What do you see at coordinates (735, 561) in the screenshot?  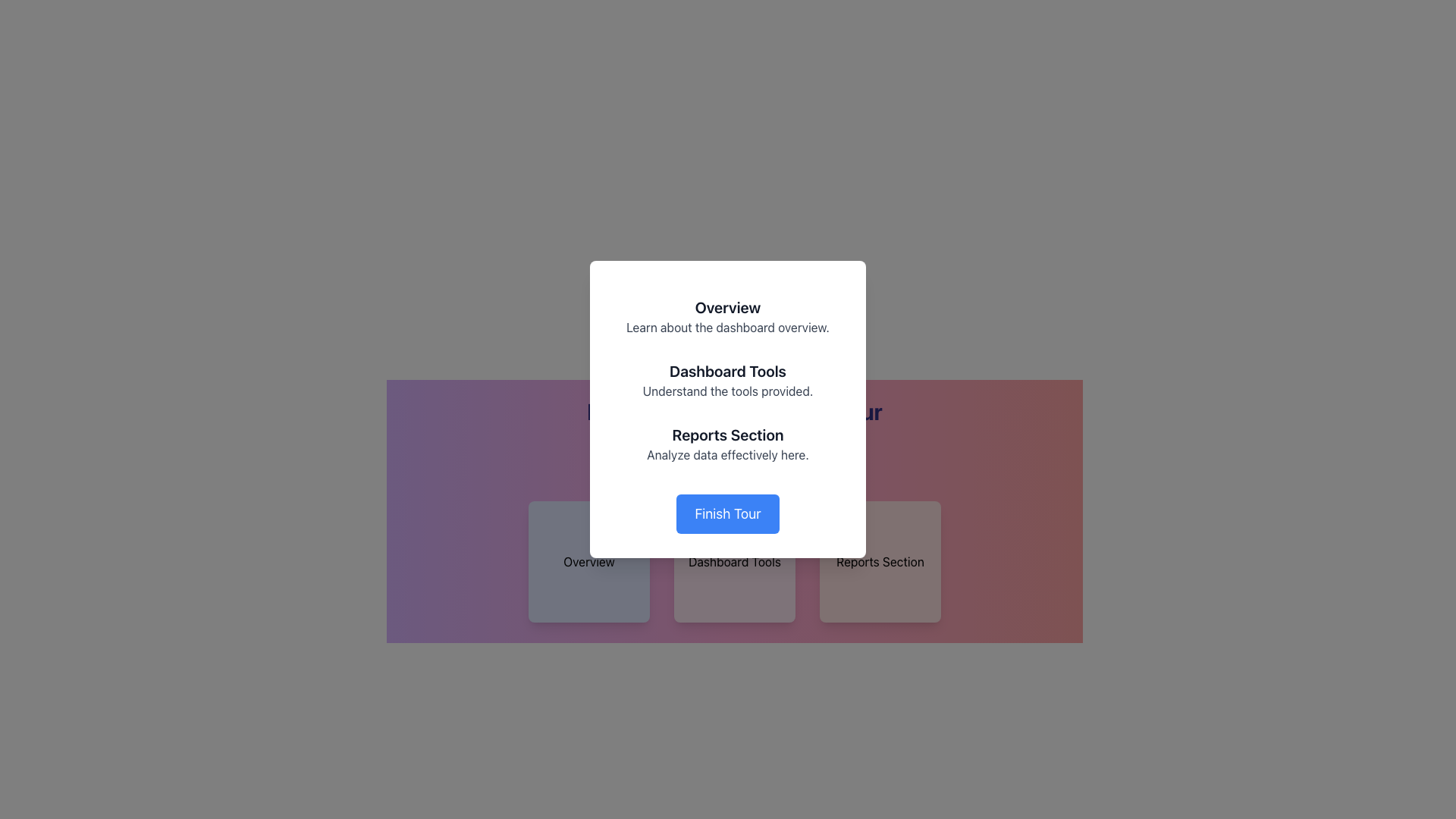 I see `the Card-like navigation element which is located in the central column of the three-column grid layout, positioned between the 'Overview' and 'Reports Section' elements` at bounding box center [735, 561].